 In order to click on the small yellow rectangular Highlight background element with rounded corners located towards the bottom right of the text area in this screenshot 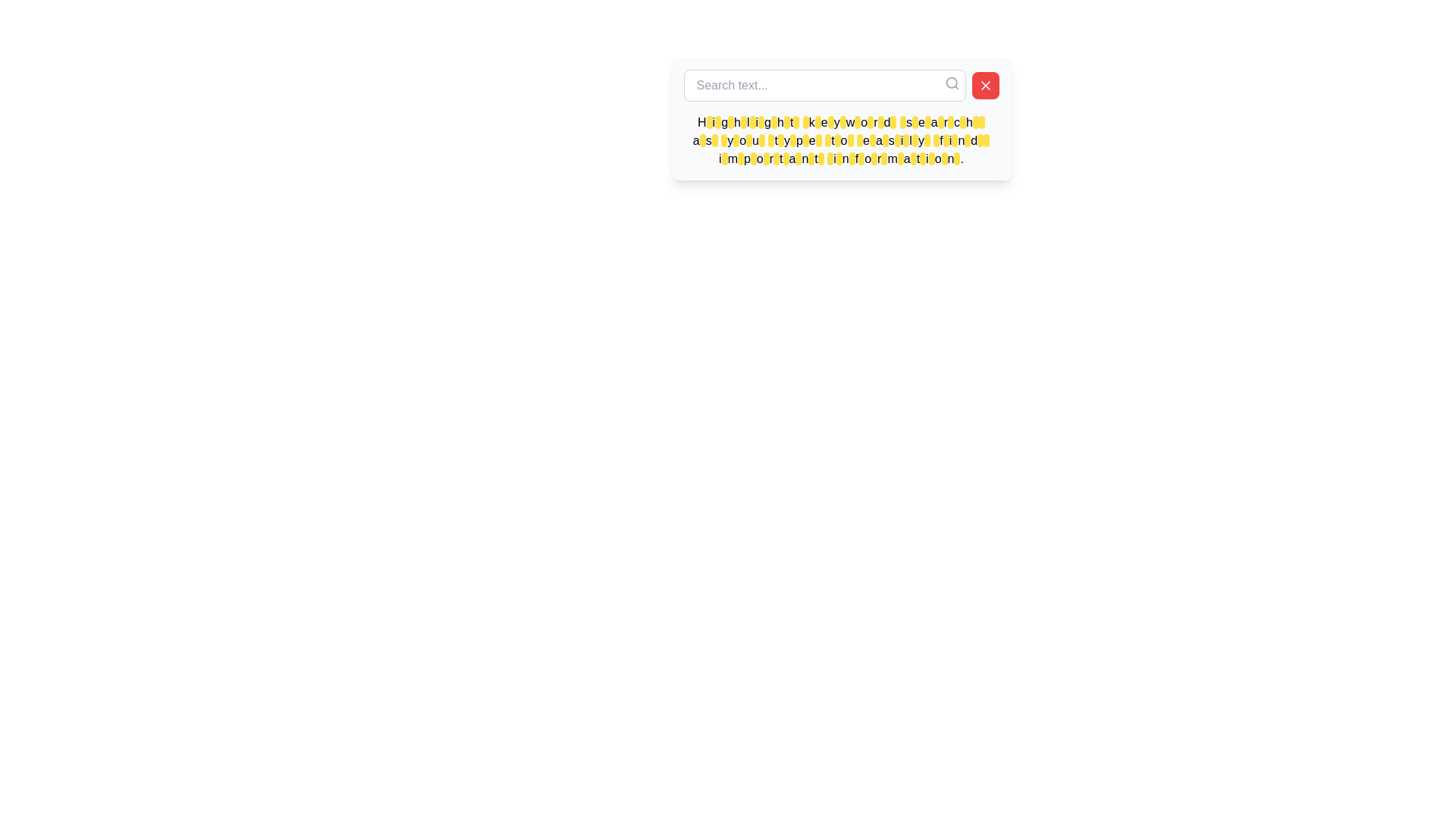, I will do `click(777, 158)`.